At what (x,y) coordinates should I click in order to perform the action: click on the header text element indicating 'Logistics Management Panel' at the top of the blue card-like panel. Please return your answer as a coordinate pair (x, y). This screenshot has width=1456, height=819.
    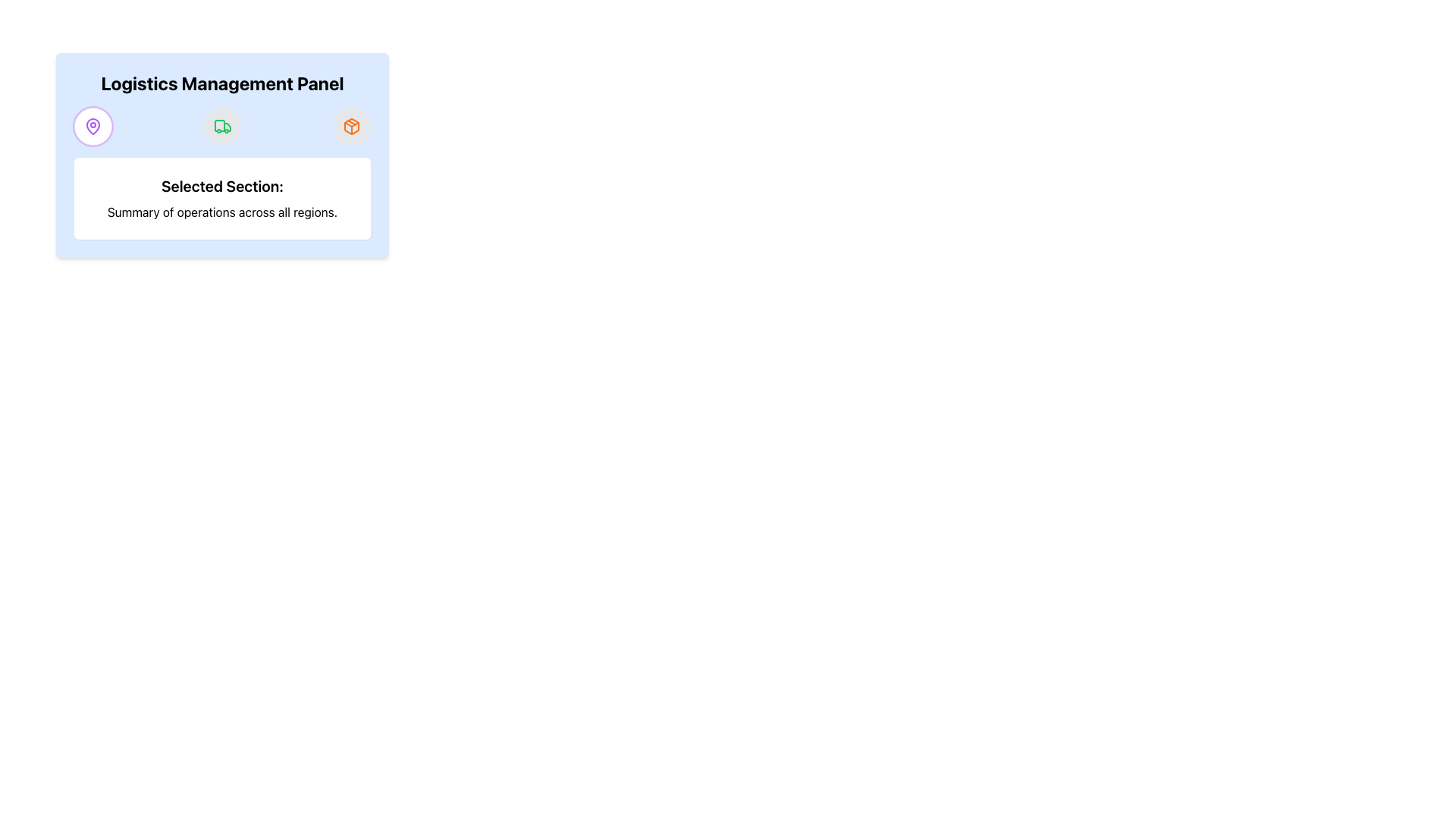
    Looking at the image, I should click on (221, 83).